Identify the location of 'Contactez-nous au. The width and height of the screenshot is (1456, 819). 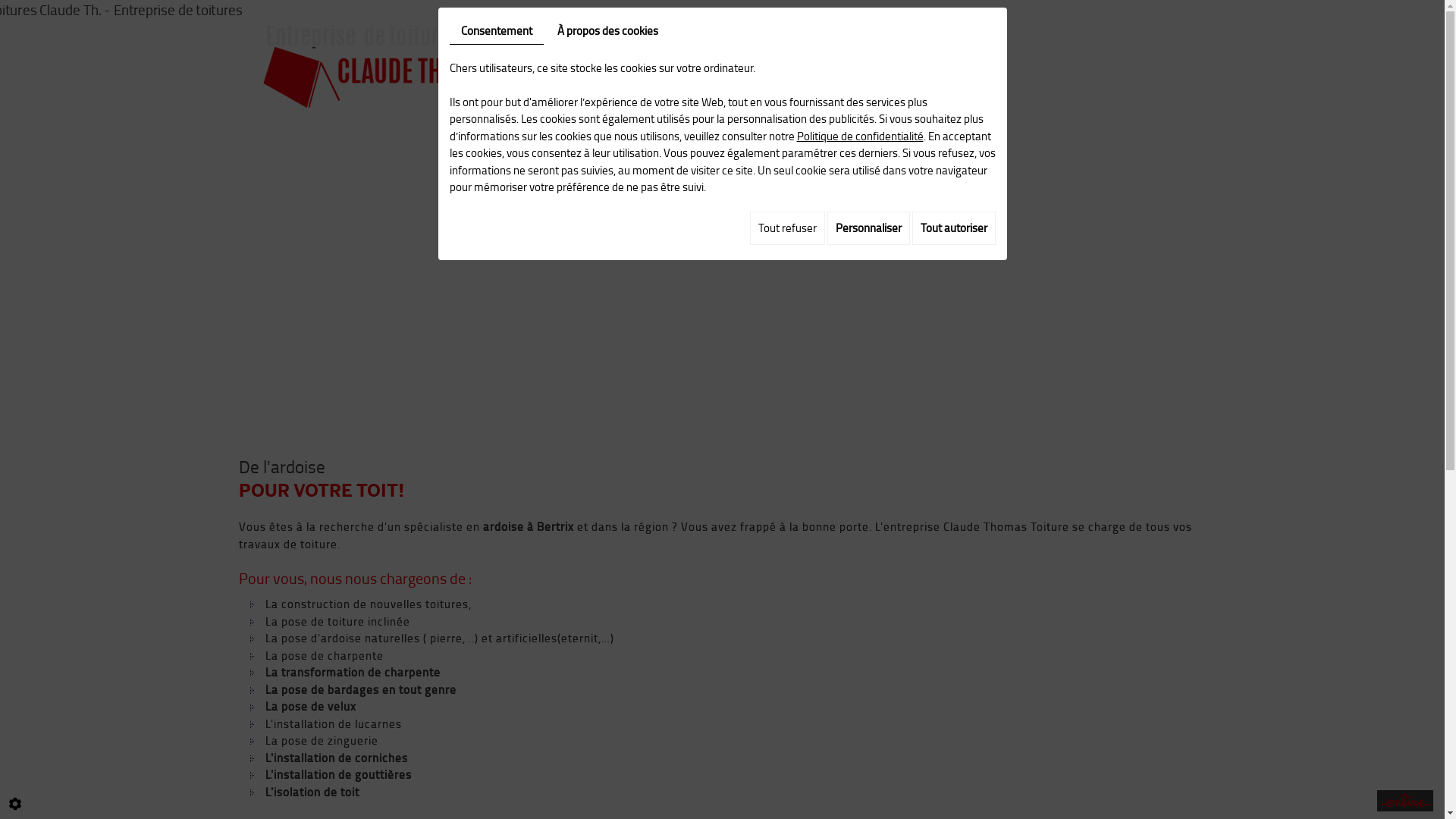
(722, 212).